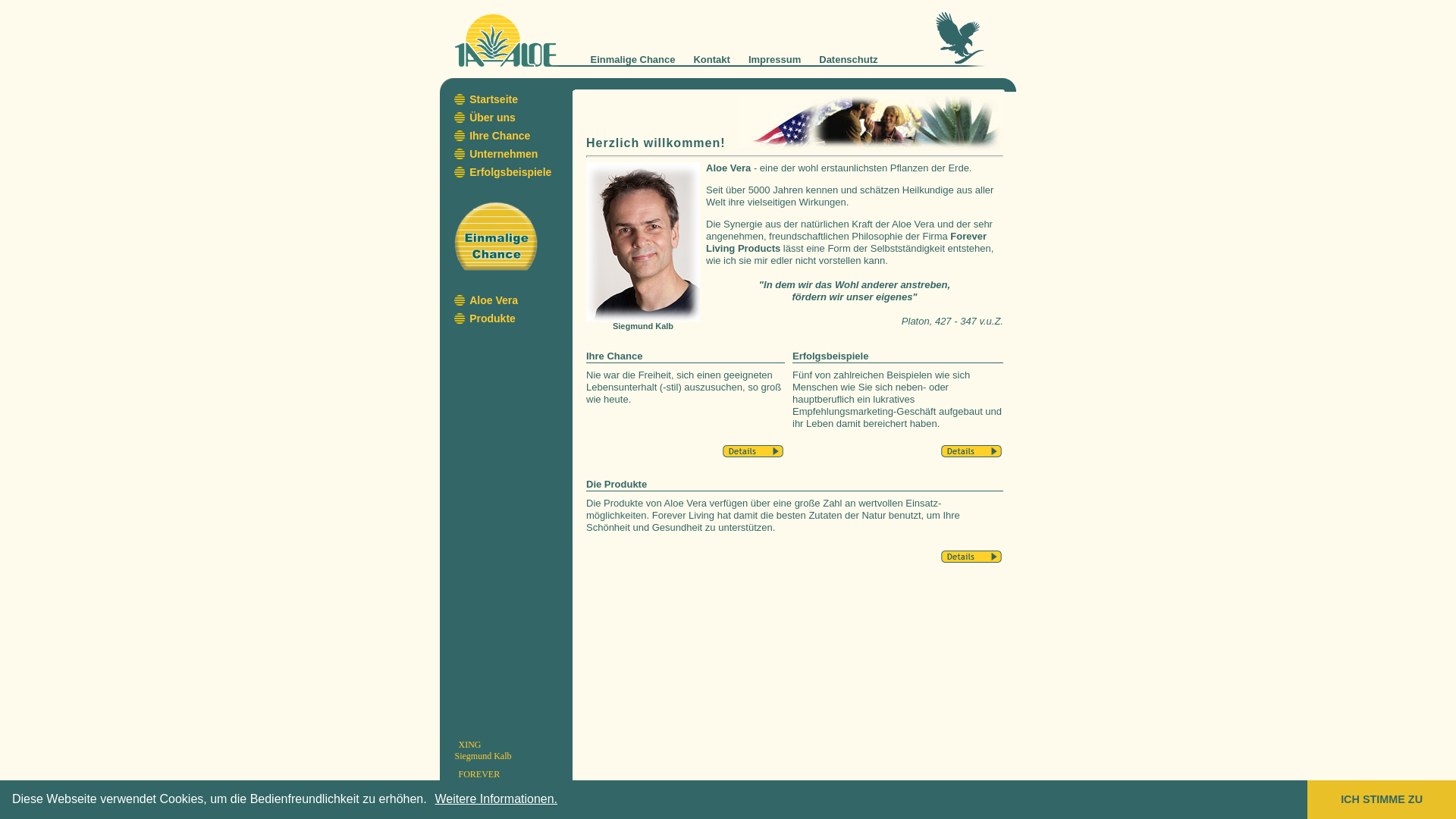 This screenshot has width=1456, height=819. What do you see at coordinates (494, 300) in the screenshot?
I see `'Aloe Vera'` at bounding box center [494, 300].